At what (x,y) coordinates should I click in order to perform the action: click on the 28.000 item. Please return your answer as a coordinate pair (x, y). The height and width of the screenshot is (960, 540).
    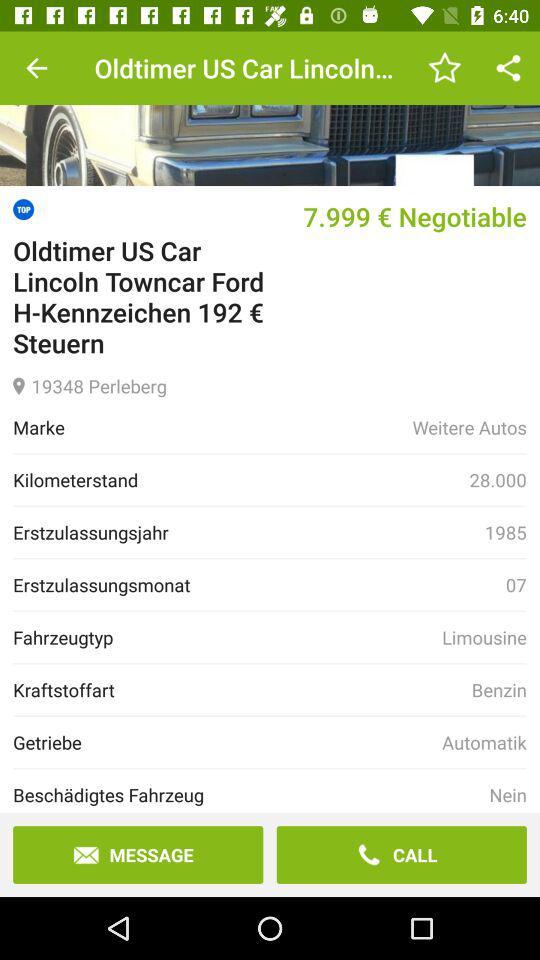
    Looking at the image, I should click on (497, 480).